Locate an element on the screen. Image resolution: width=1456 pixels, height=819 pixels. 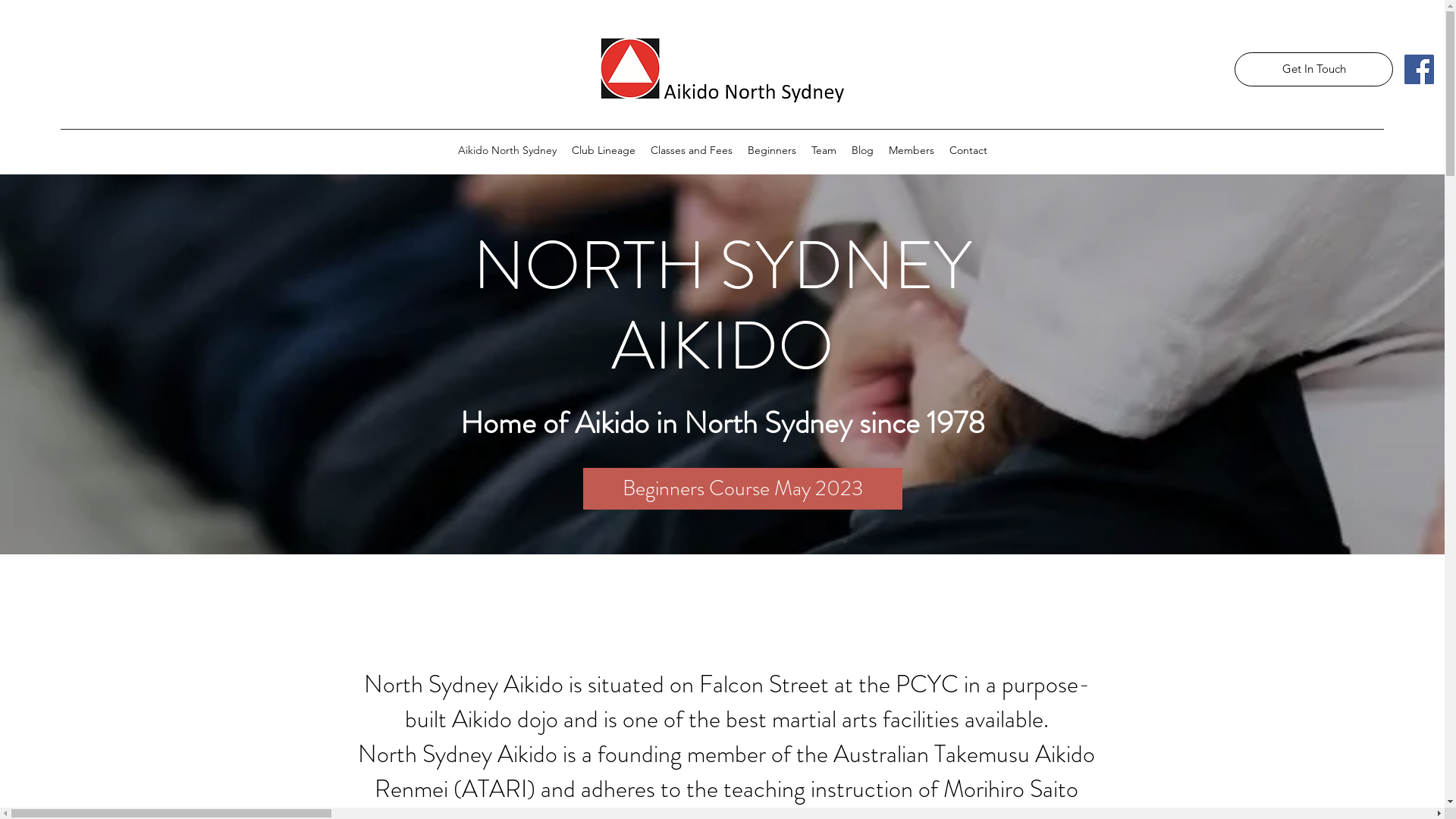
'Classes and Fees' is located at coordinates (691, 150).